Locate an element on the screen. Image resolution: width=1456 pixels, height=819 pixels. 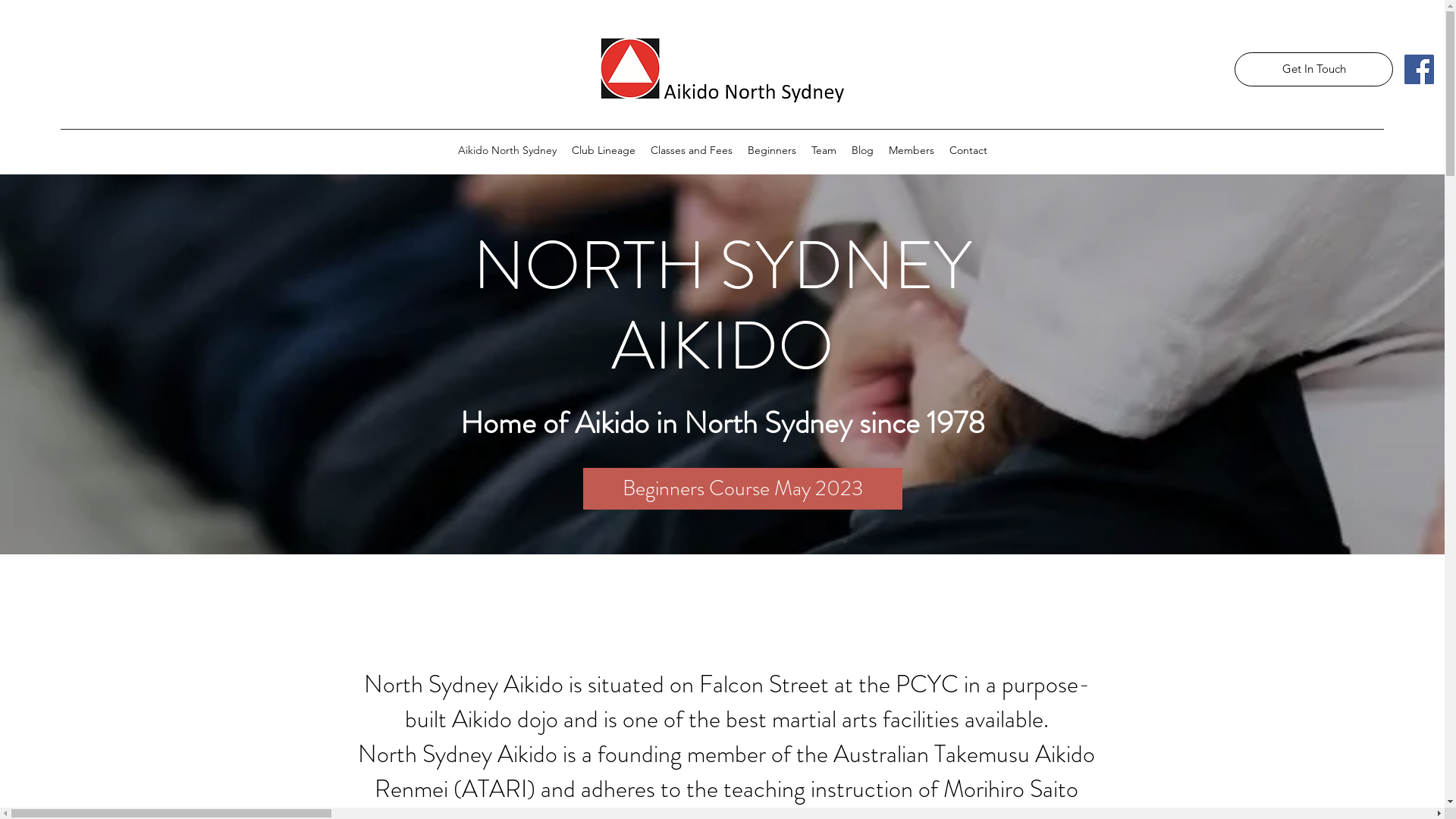
'Classes and Fees' is located at coordinates (691, 150).